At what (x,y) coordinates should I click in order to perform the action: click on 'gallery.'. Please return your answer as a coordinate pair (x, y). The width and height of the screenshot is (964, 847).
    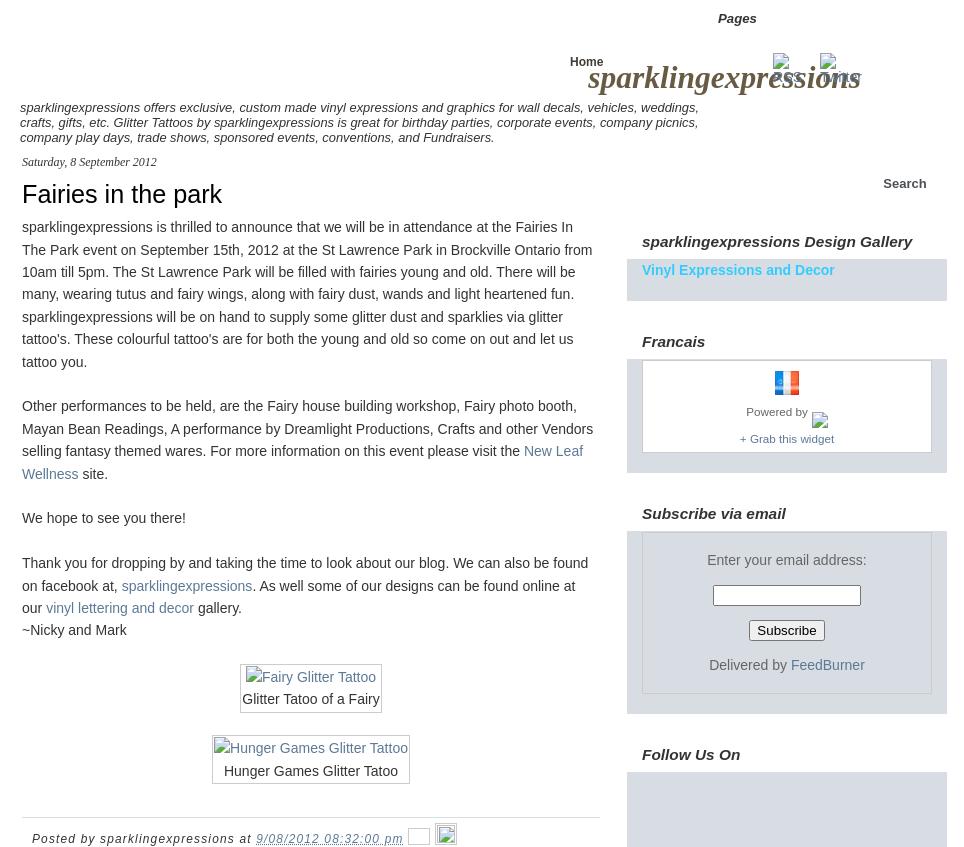
    Looking at the image, I should click on (219, 605).